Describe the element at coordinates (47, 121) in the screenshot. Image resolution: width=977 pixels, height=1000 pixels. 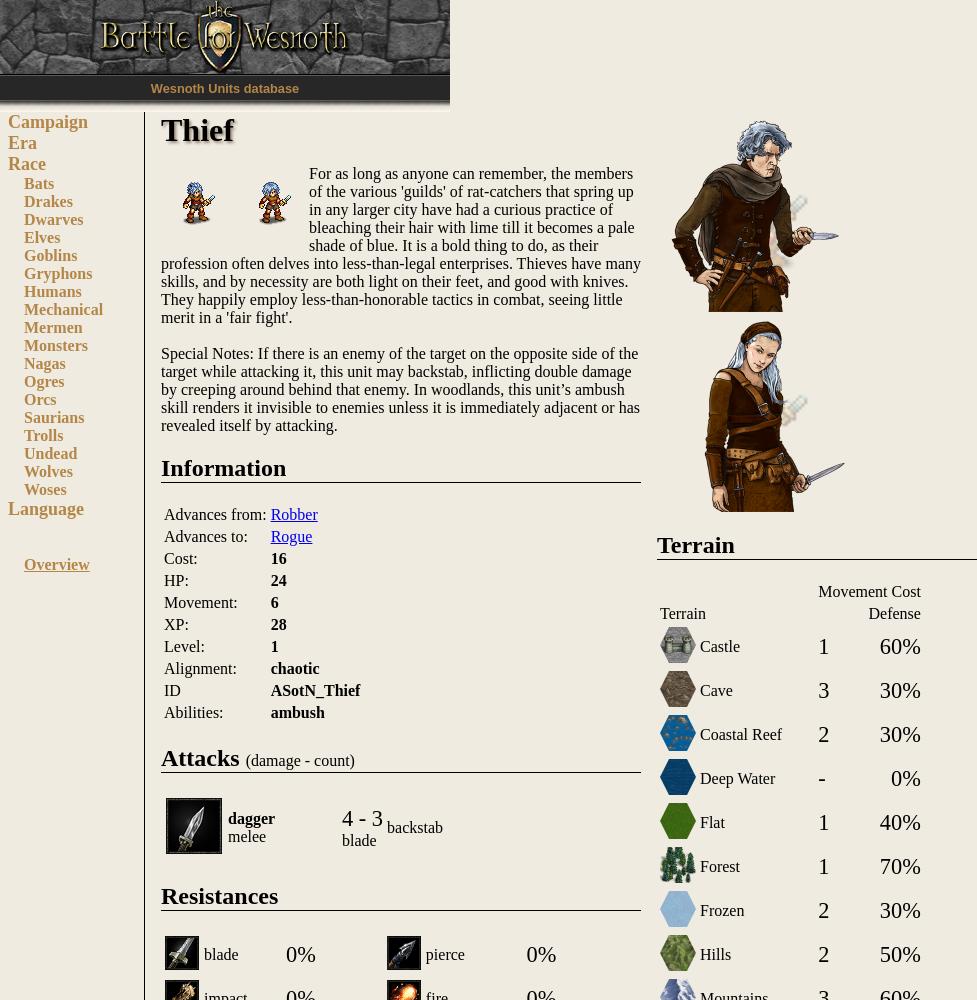
I see `'Campaign'` at that location.